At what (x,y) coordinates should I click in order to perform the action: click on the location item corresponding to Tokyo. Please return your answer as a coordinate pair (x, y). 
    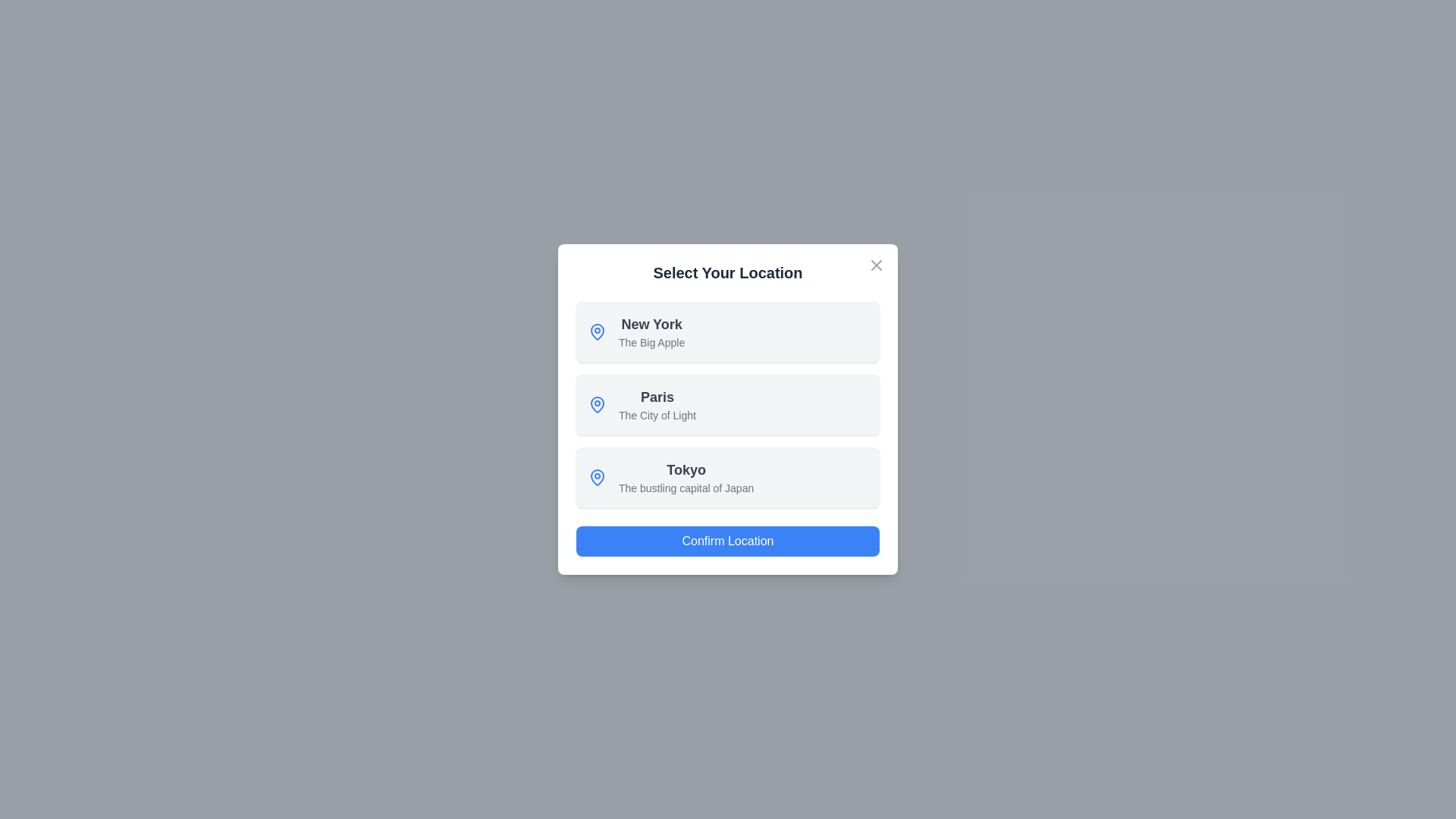
    Looking at the image, I should click on (728, 476).